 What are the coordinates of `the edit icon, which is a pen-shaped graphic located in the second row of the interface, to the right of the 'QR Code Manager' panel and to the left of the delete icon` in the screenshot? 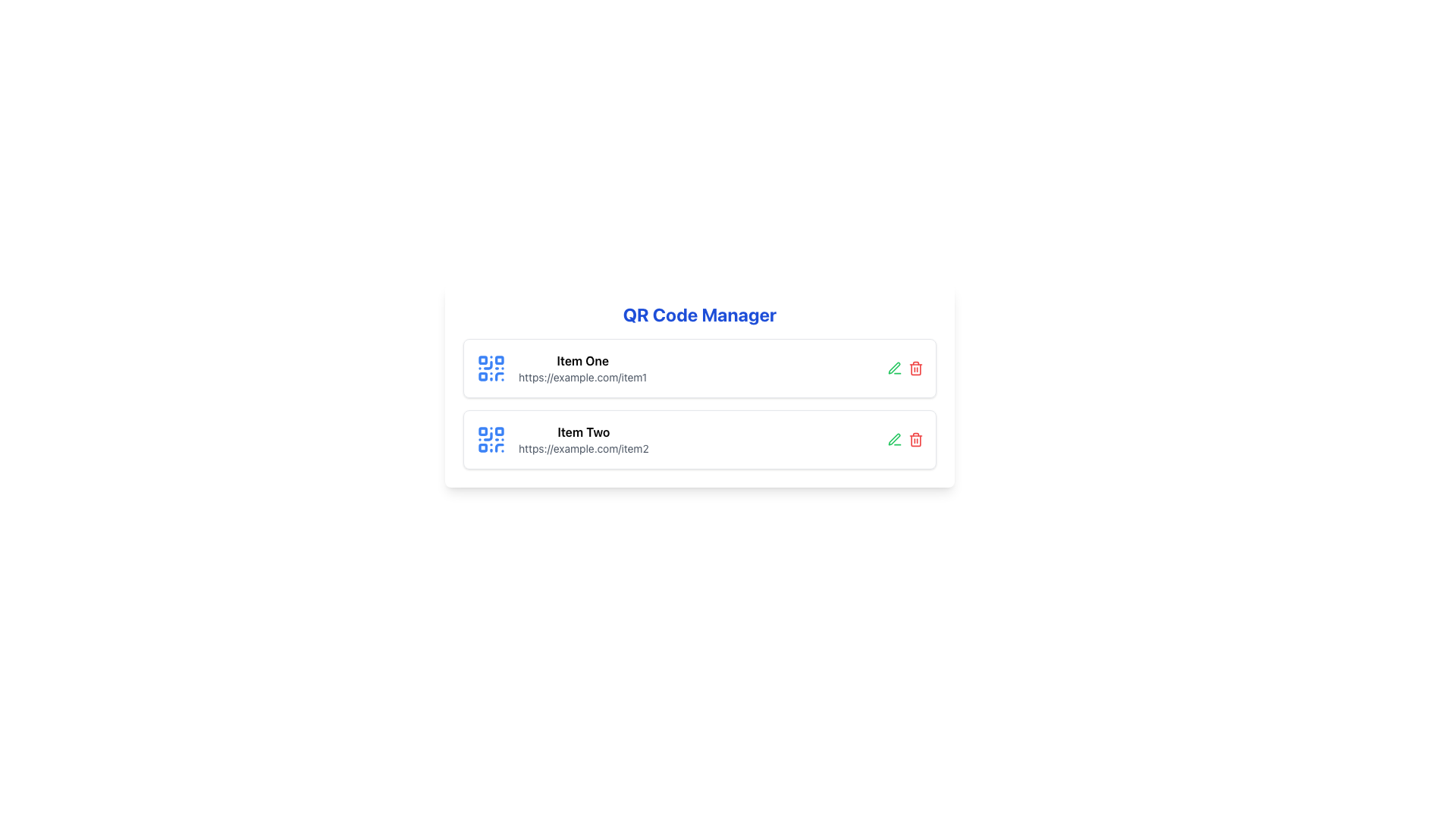 It's located at (894, 368).